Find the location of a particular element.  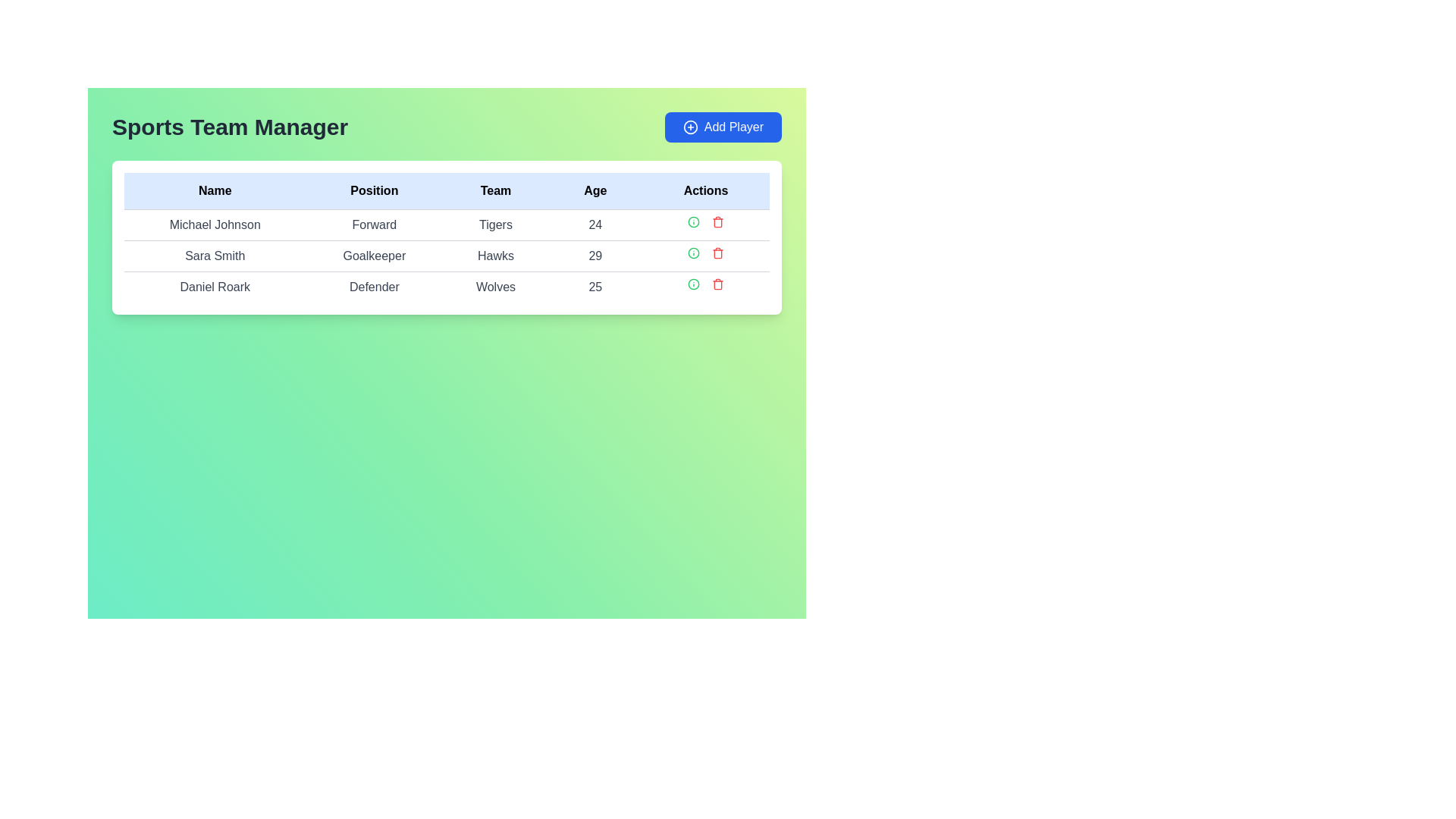

the text element displaying the number '25' in muted gray within the 'Age' column of the last row for player 'Daniel Roark' from the 'Wolves' team is located at coordinates (595, 287).